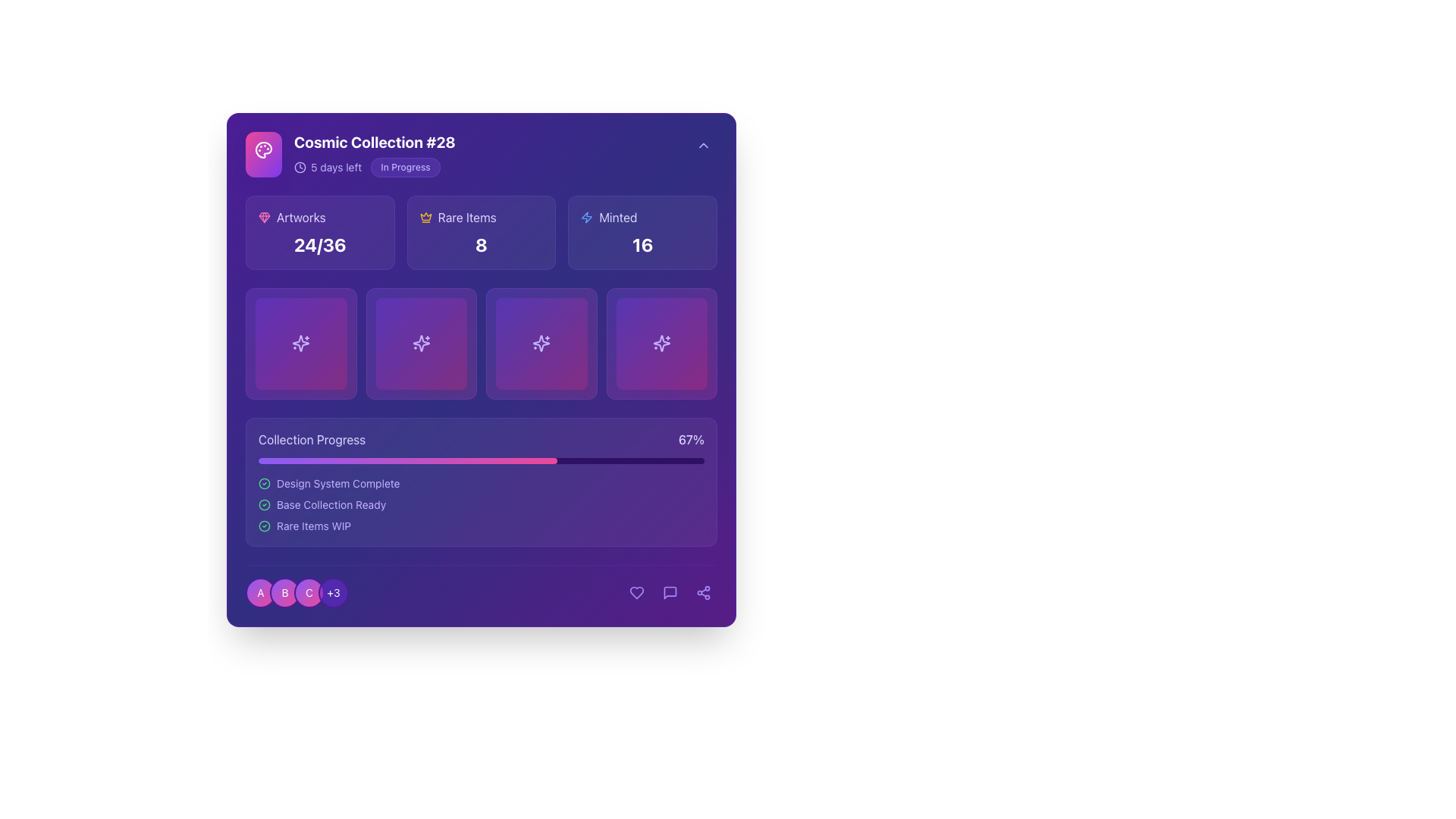  I want to click on the Data card with a purple background, featuring the text 'Rare Items' and the number '8', located in the second column between 'Artworks 24/36' and 'Minted 16', so click(480, 233).